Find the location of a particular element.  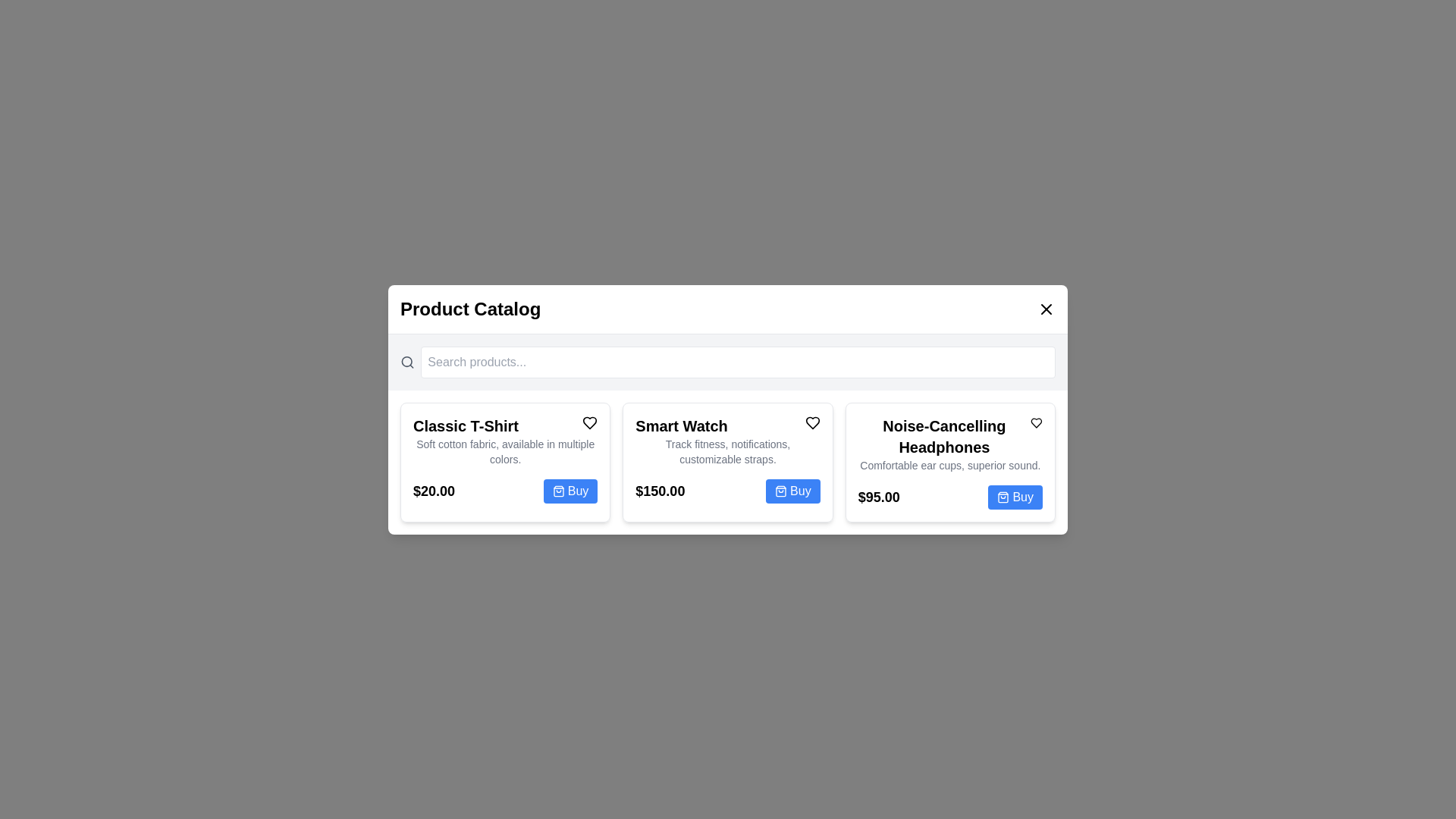

the 'Buy' button for the product 'Noise-Cancelling Headphones' to add it to the shopping cart is located at coordinates (1015, 497).